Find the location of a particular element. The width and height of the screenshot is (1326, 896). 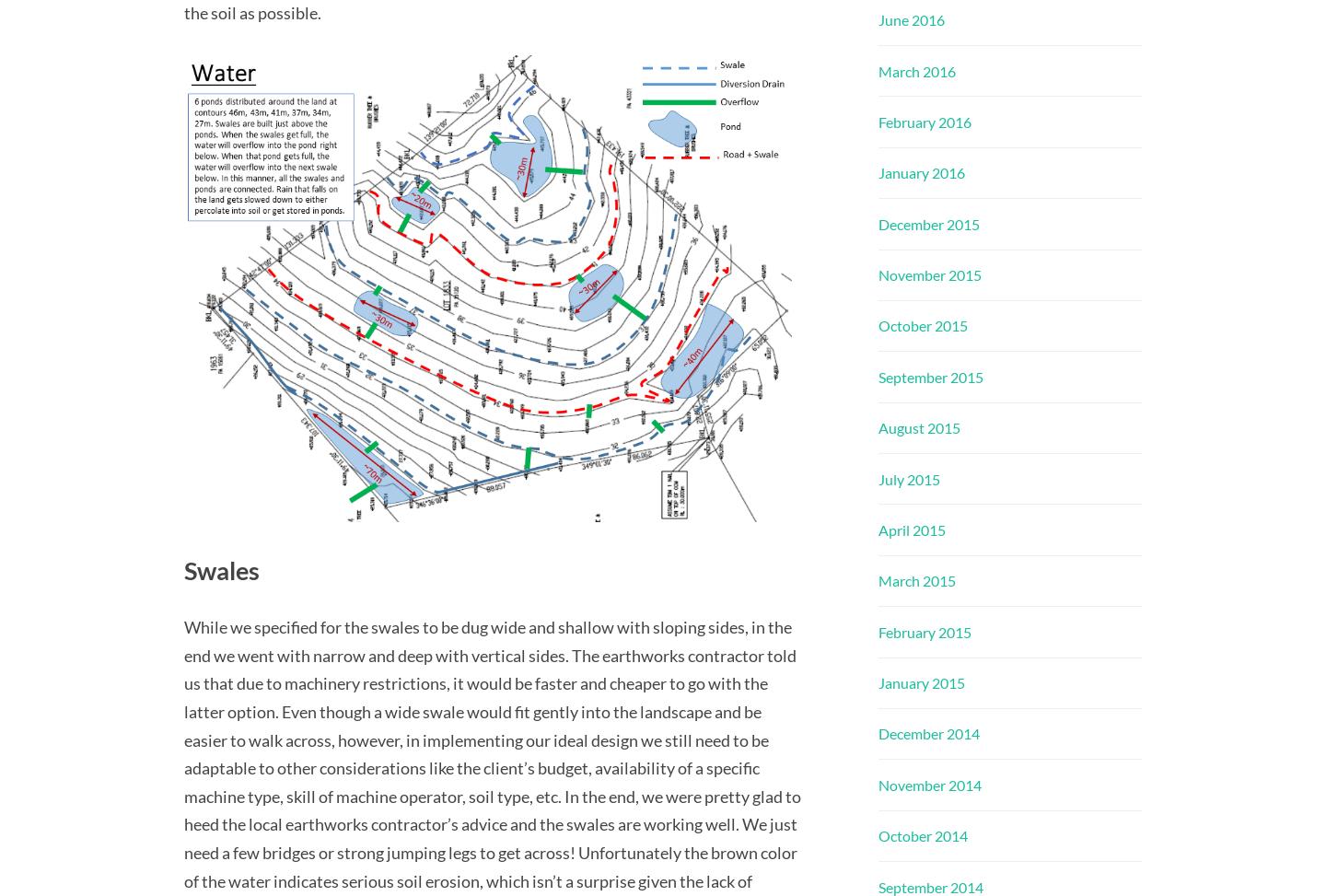

'December 2015' is located at coordinates (928, 222).